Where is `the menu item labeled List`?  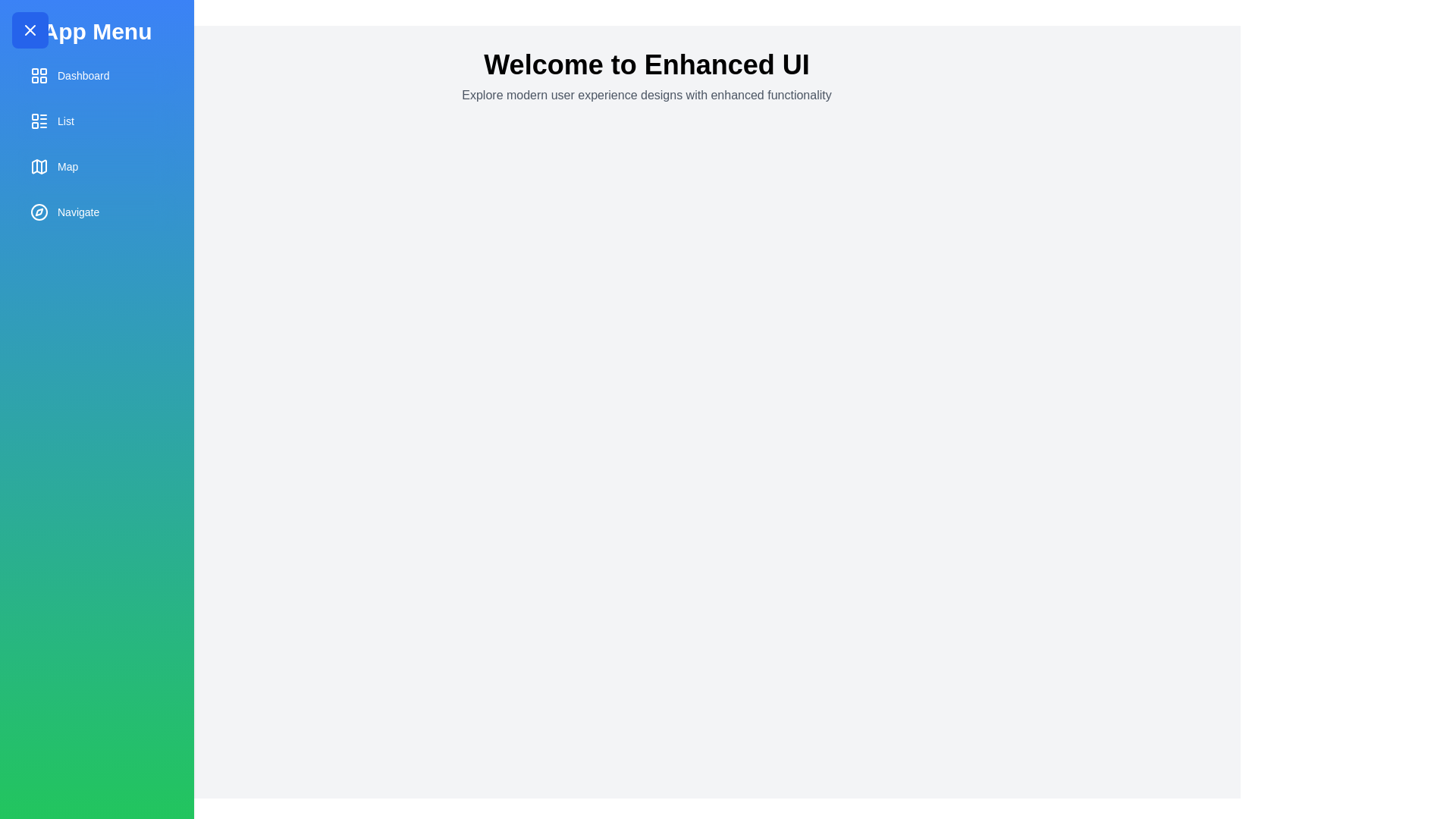 the menu item labeled List is located at coordinates (96, 120).